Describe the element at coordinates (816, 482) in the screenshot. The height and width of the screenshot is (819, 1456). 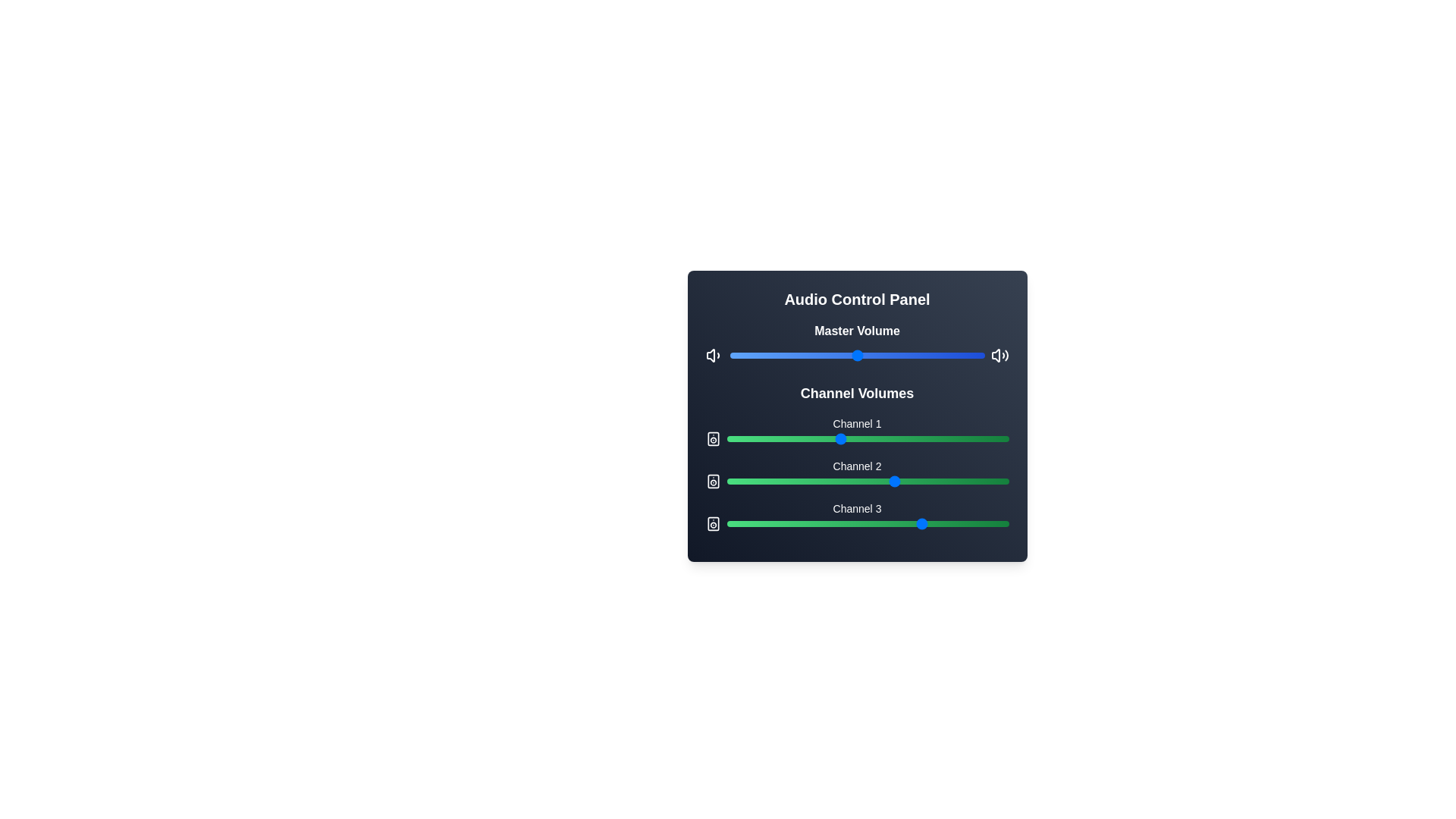
I see `the slider value` at that location.